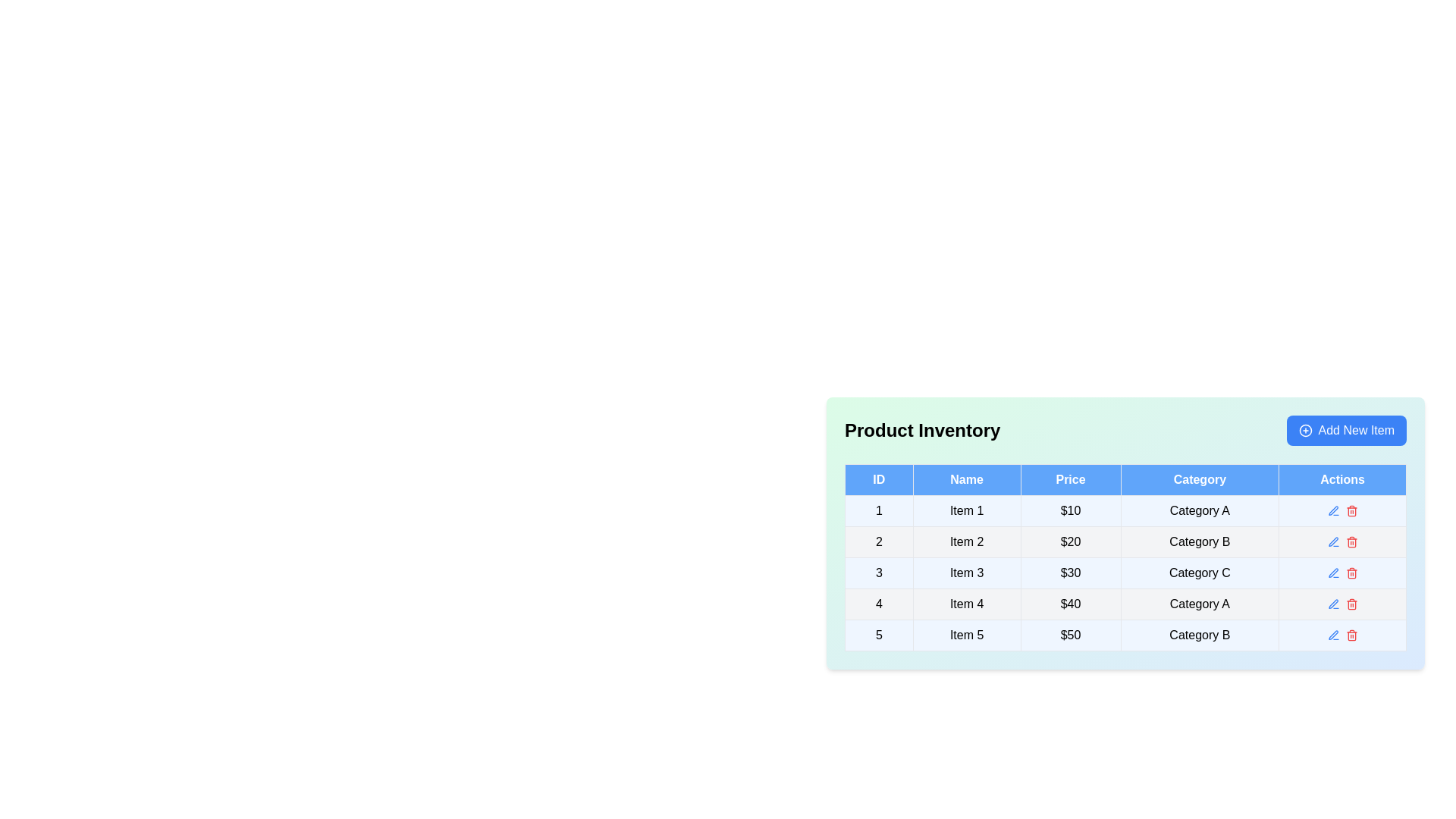 The width and height of the screenshot is (1456, 819). I want to click on the static text label displaying the value '$50' in the 'Price' column of the table, specifically in the fifth row for 'Item 5', so click(1069, 635).